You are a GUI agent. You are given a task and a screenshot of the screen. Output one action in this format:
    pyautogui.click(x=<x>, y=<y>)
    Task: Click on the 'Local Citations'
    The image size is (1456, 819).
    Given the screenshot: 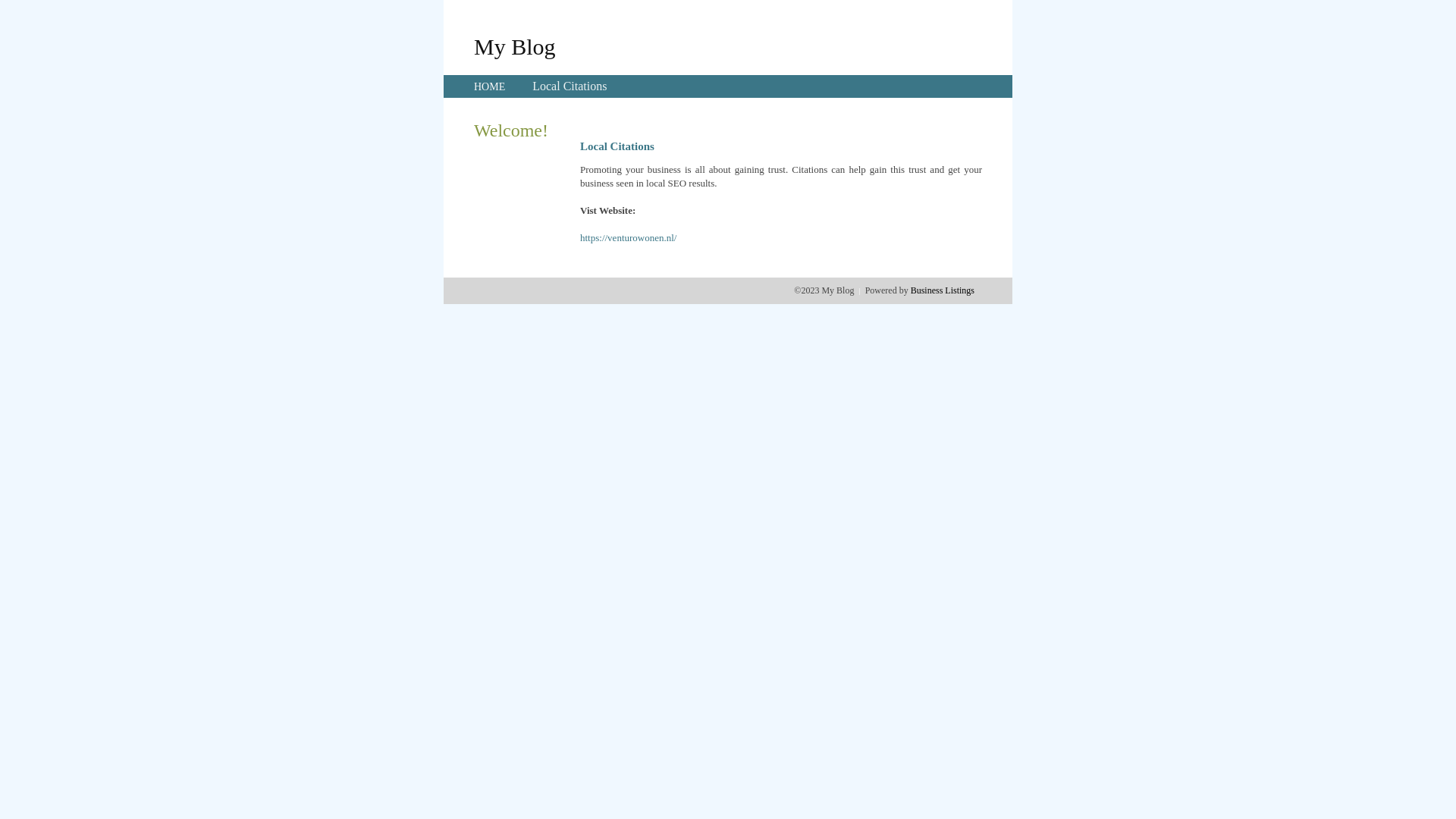 What is the action you would take?
    pyautogui.click(x=568, y=86)
    